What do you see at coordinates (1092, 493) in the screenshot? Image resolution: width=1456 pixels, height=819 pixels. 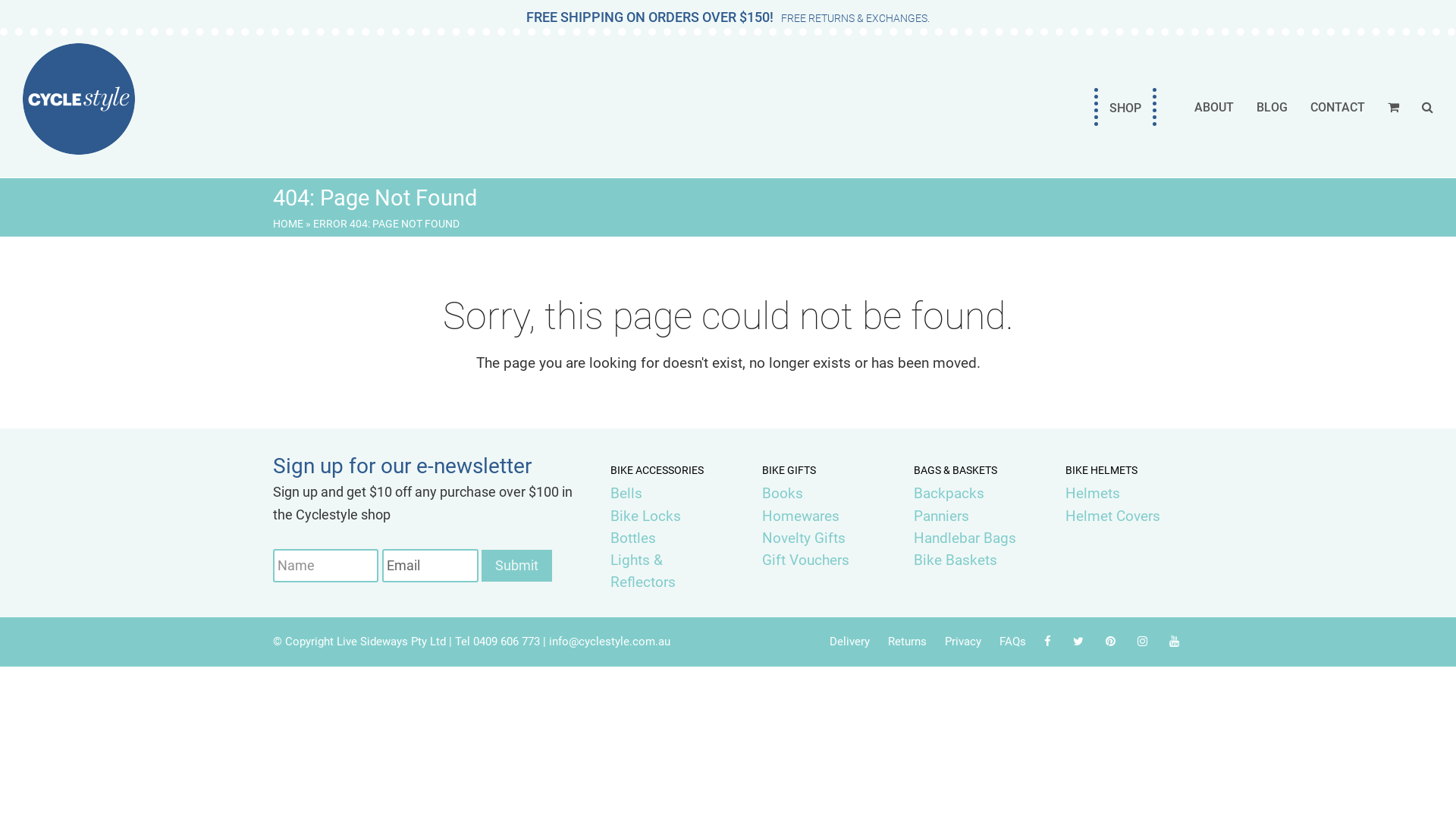 I see `'Helmets'` at bounding box center [1092, 493].